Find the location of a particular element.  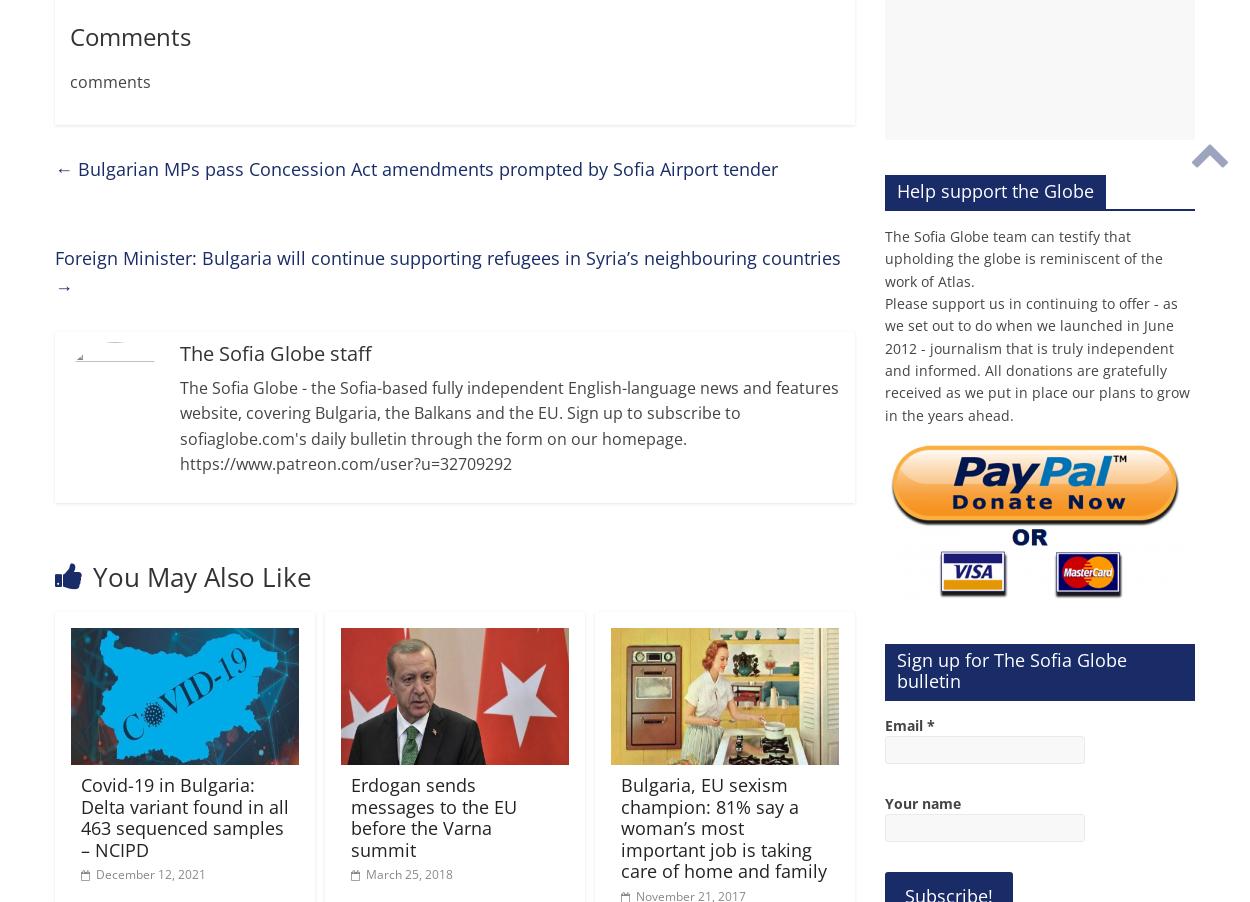

'Email' is located at coordinates (906, 724).